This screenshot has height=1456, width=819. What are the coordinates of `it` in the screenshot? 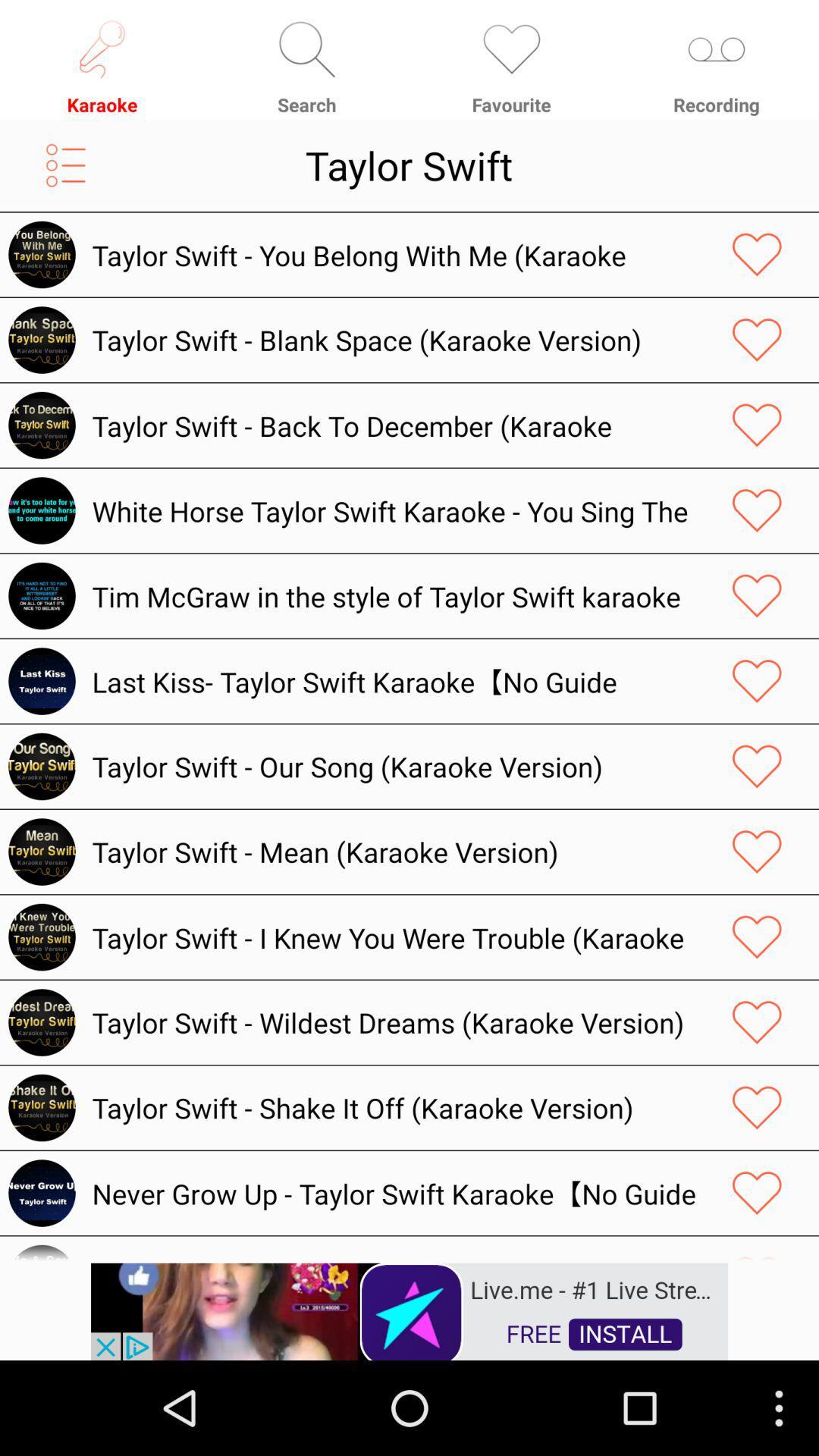 It's located at (757, 425).